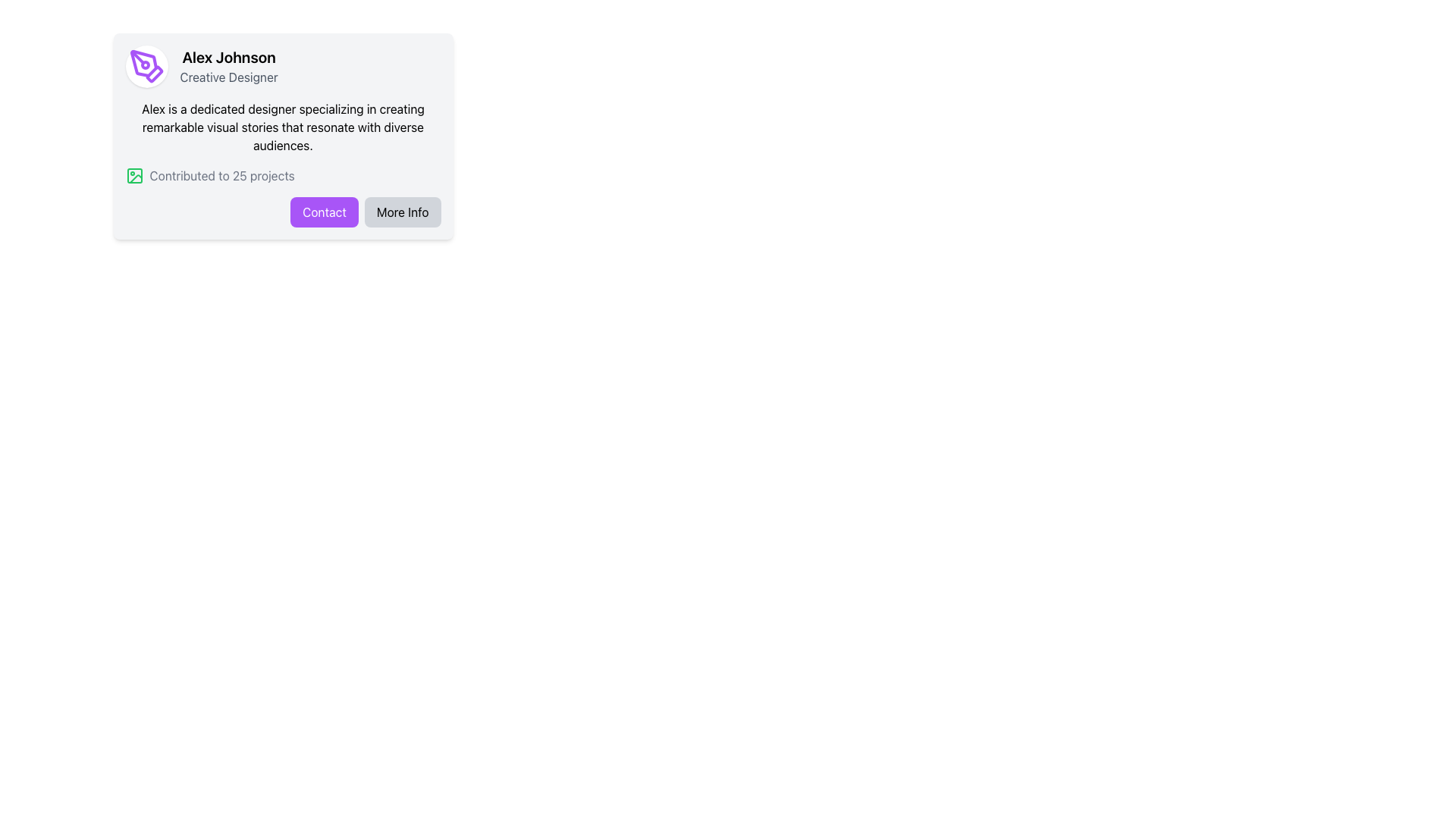 This screenshot has height=819, width=1456. I want to click on styling of the decorative icon located to the immediate left of the text 'Contributed to 25 projects' in the bottom part of the main profile card, so click(134, 174).